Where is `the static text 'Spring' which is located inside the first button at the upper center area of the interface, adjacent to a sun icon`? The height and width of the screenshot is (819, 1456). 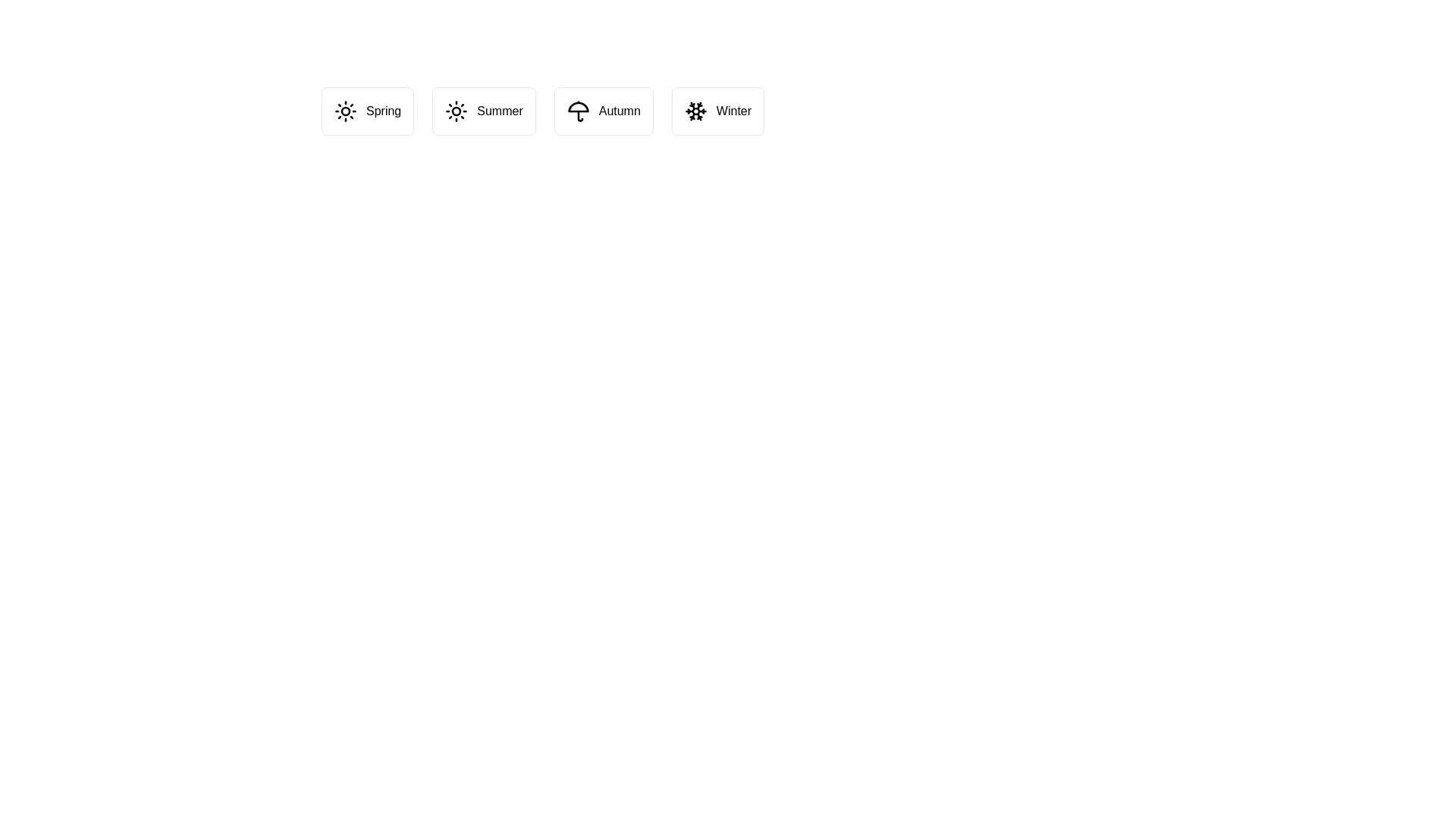
the static text 'Spring' which is located inside the first button at the upper center area of the interface, adjacent to a sun icon is located at coordinates (384, 110).